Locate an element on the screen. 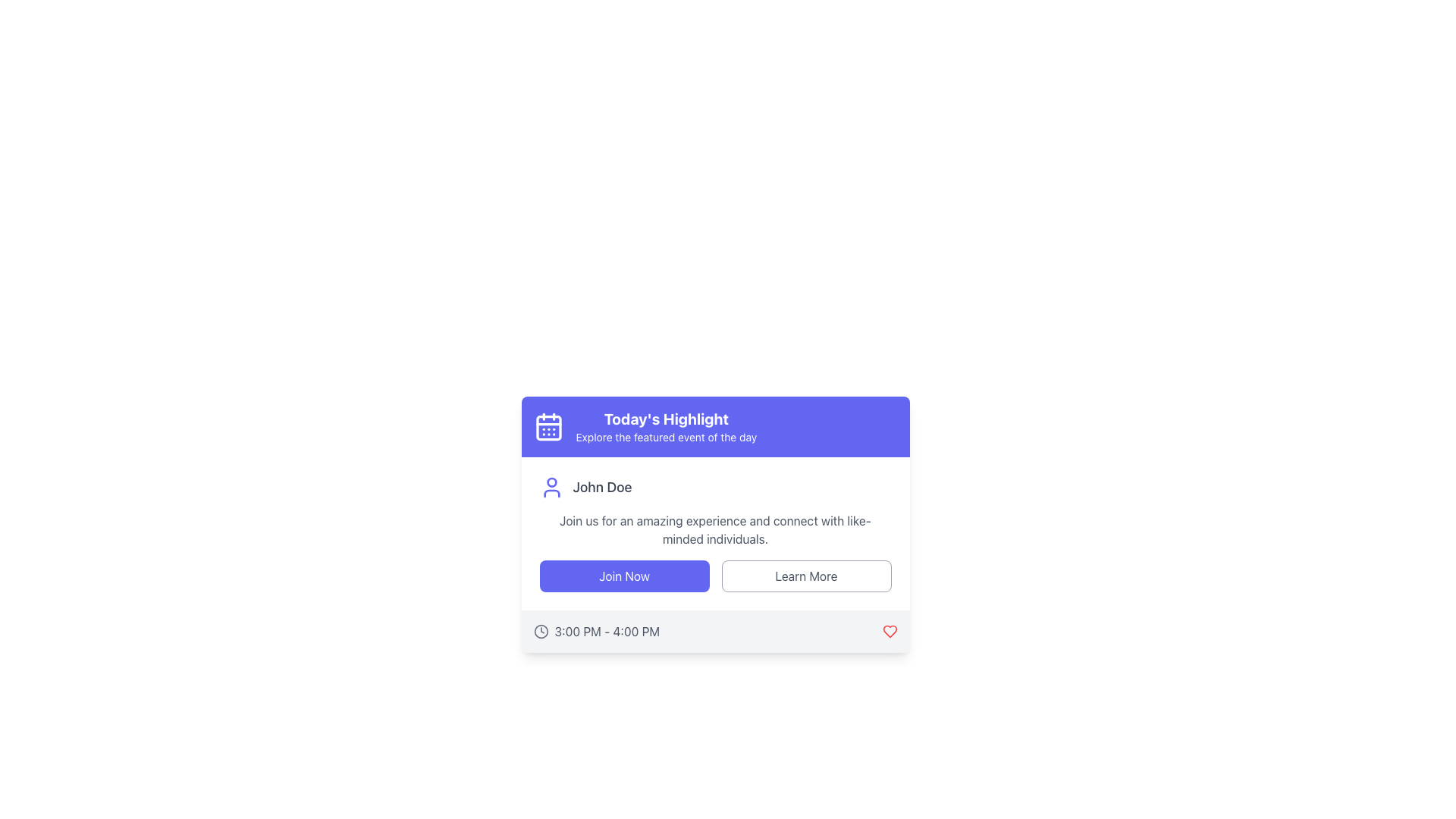  the heart-shaped outline icon located at the bottom-right corner of the card to like or favorite it is located at coordinates (890, 632).